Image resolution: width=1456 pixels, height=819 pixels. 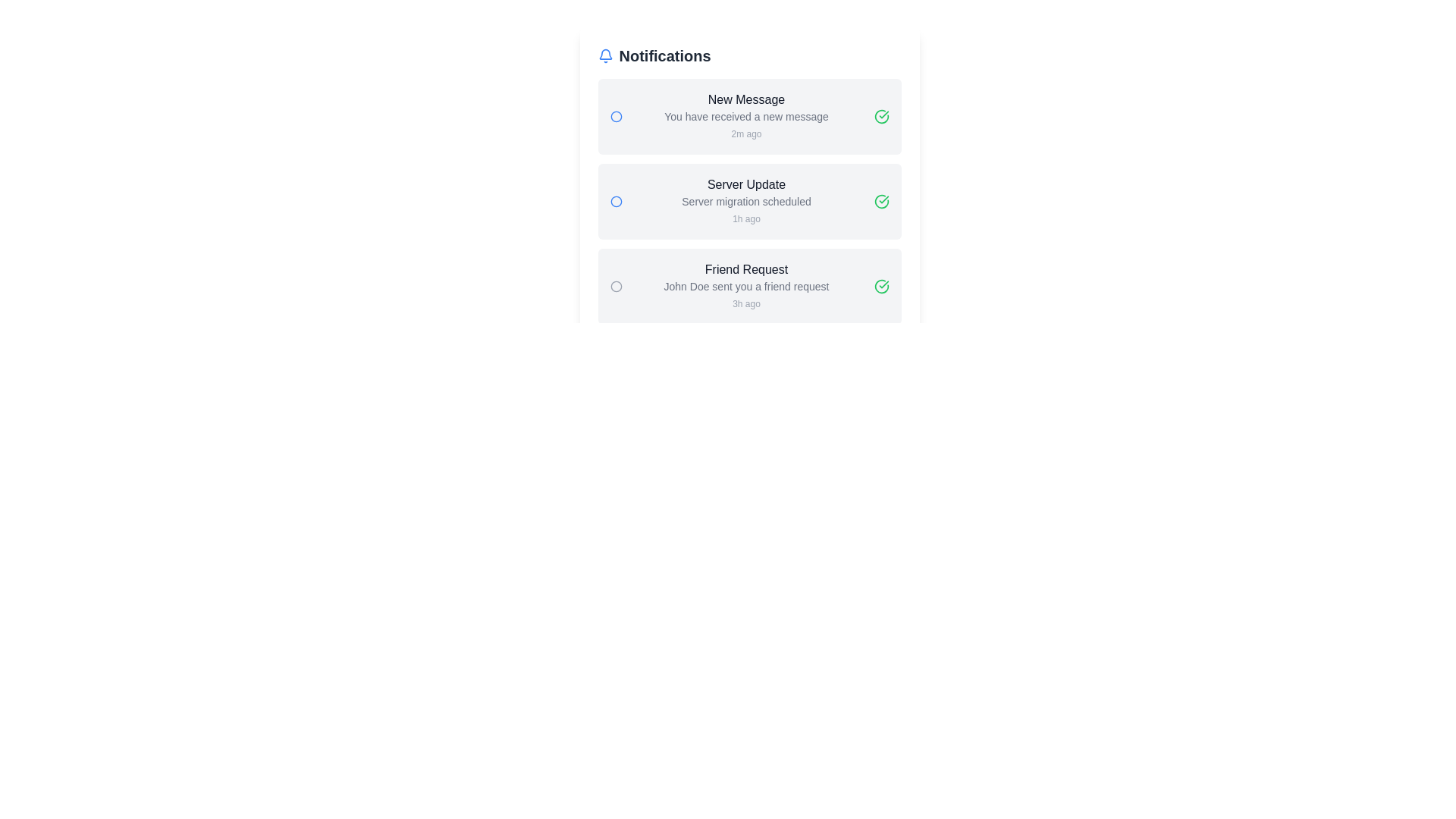 What do you see at coordinates (749, 287) in the screenshot?
I see `the interactive elements within the 'Friend Request' notification card, which is the third card in a vertical list of notifications` at bounding box center [749, 287].